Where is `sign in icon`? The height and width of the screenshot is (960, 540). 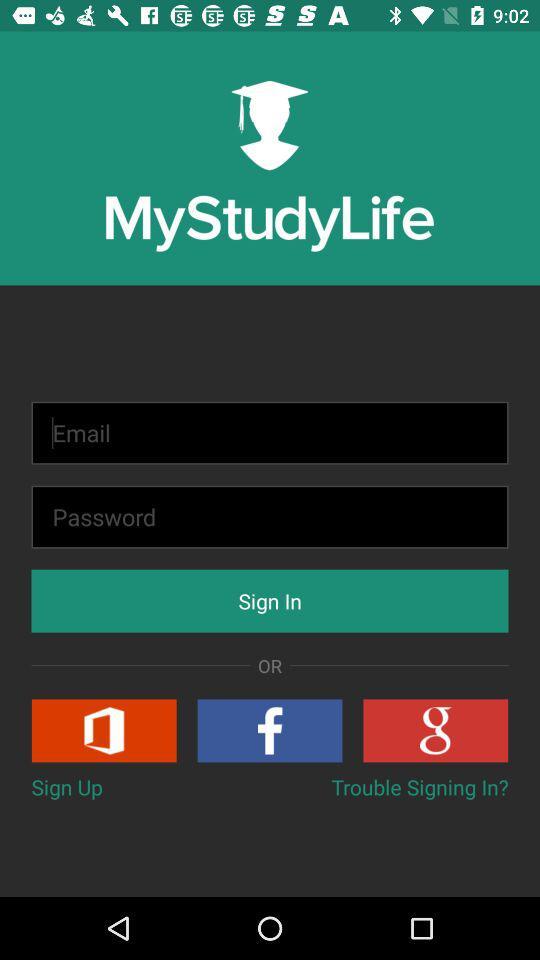
sign in icon is located at coordinates (270, 600).